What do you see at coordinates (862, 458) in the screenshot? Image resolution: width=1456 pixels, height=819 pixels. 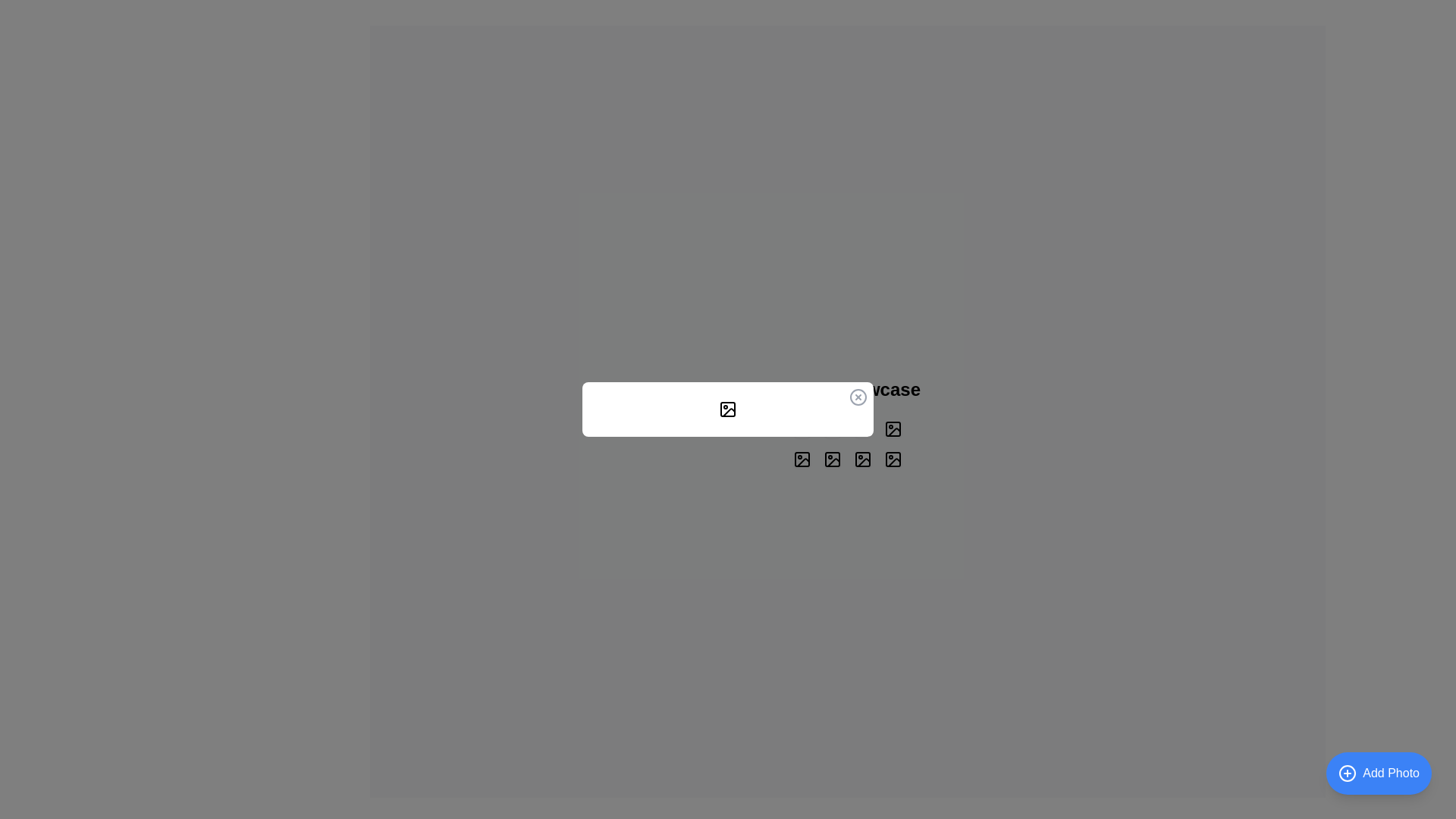 I see `the fourth thumbnail in the bottom grid of images` at bounding box center [862, 458].